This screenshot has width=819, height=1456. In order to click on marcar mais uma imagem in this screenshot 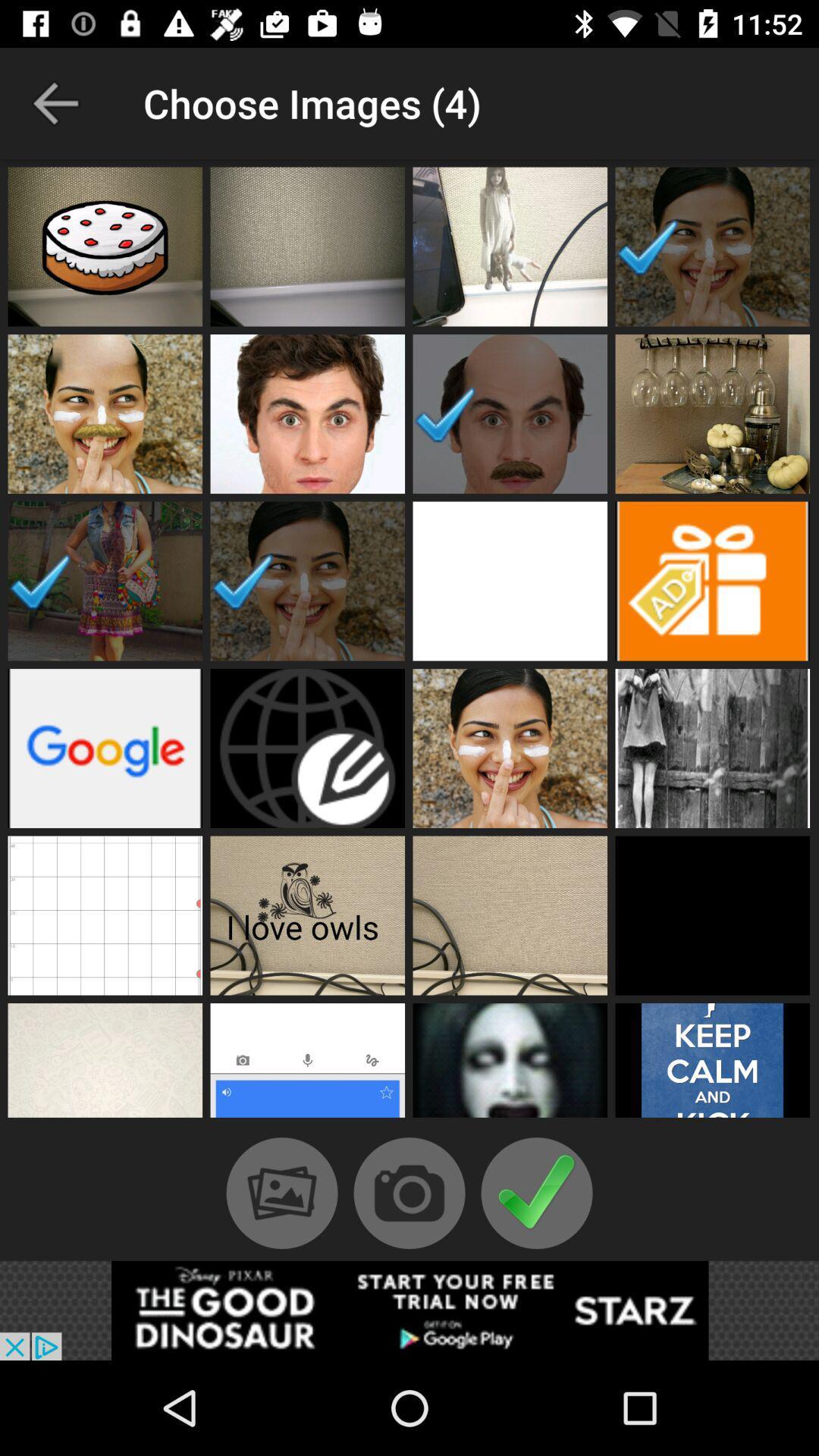, I will do `click(104, 246)`.